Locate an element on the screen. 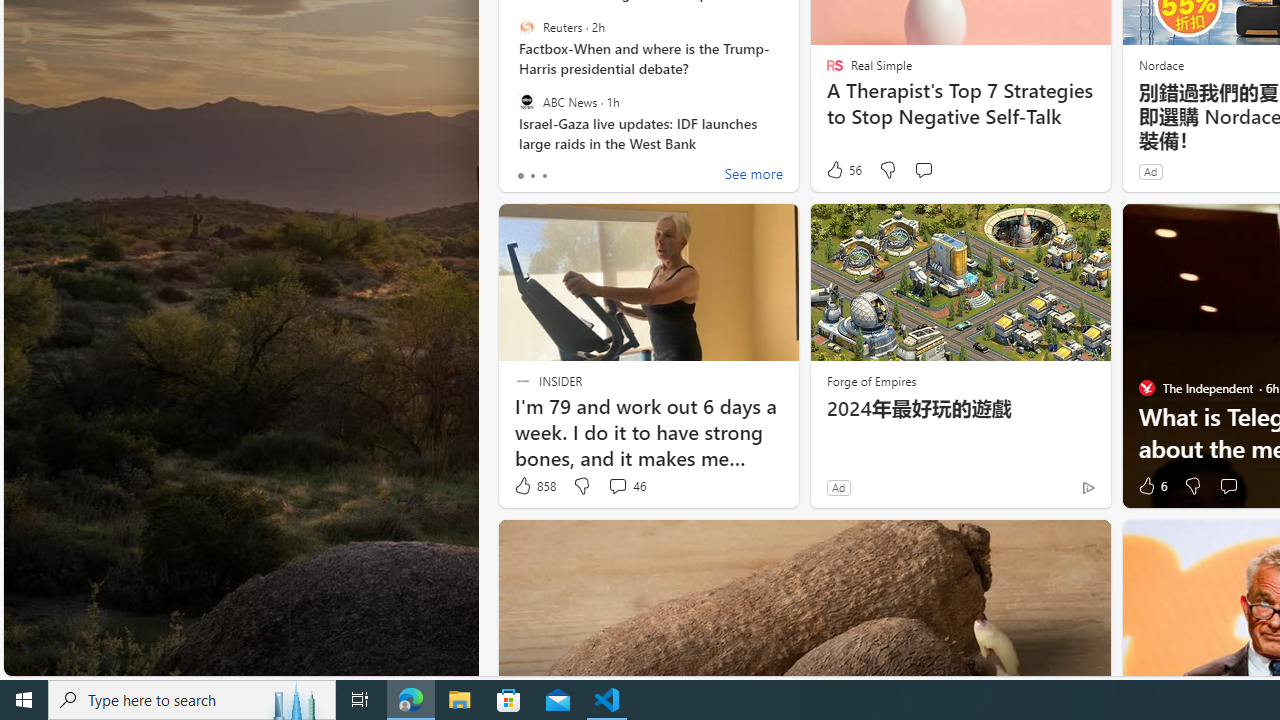 The height and width of the screenshot is (720, 1280). 'Start the conversation' is located at coordinates (1227, 486).